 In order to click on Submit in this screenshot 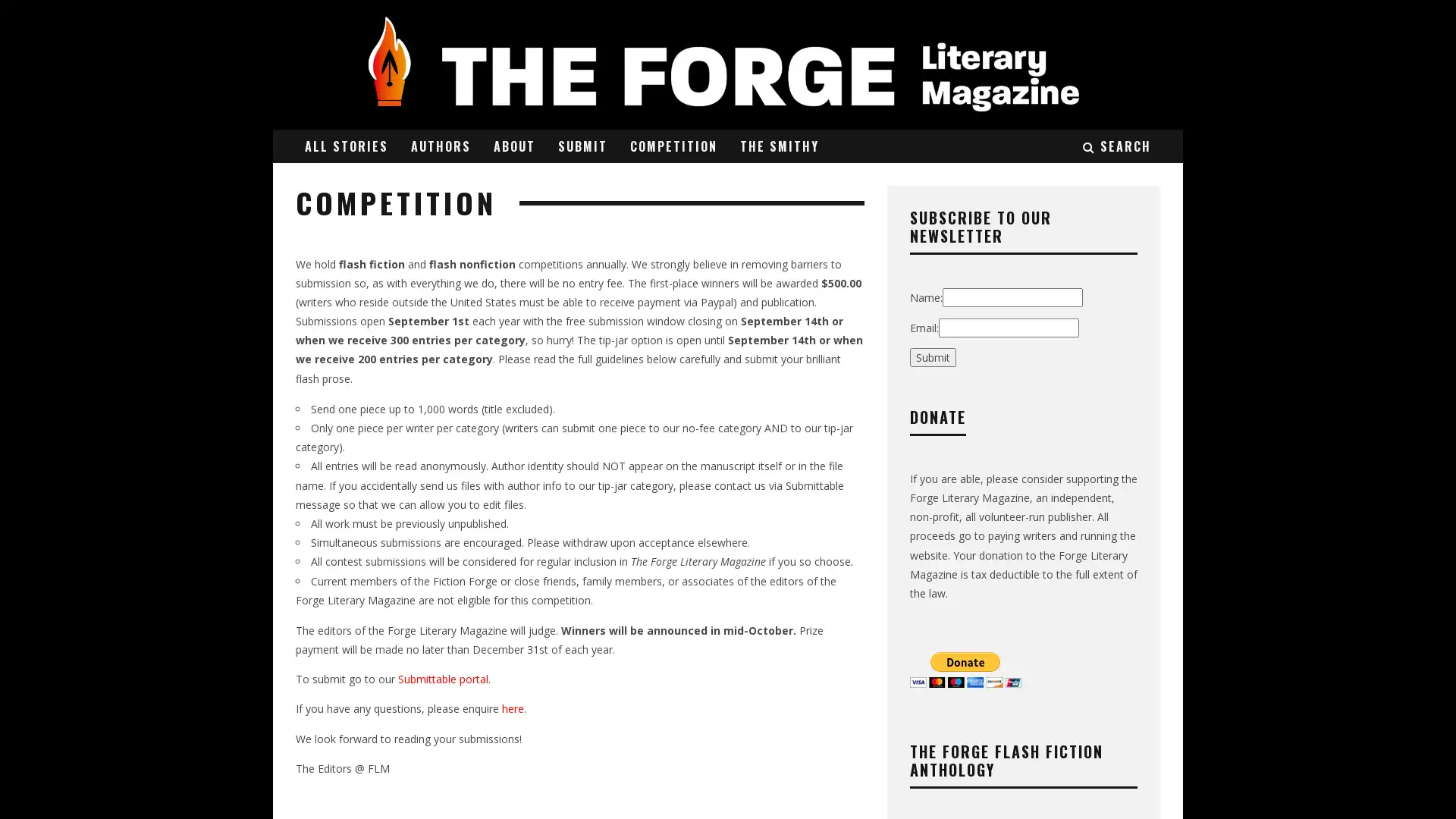, I will do `click(932, 356)`.